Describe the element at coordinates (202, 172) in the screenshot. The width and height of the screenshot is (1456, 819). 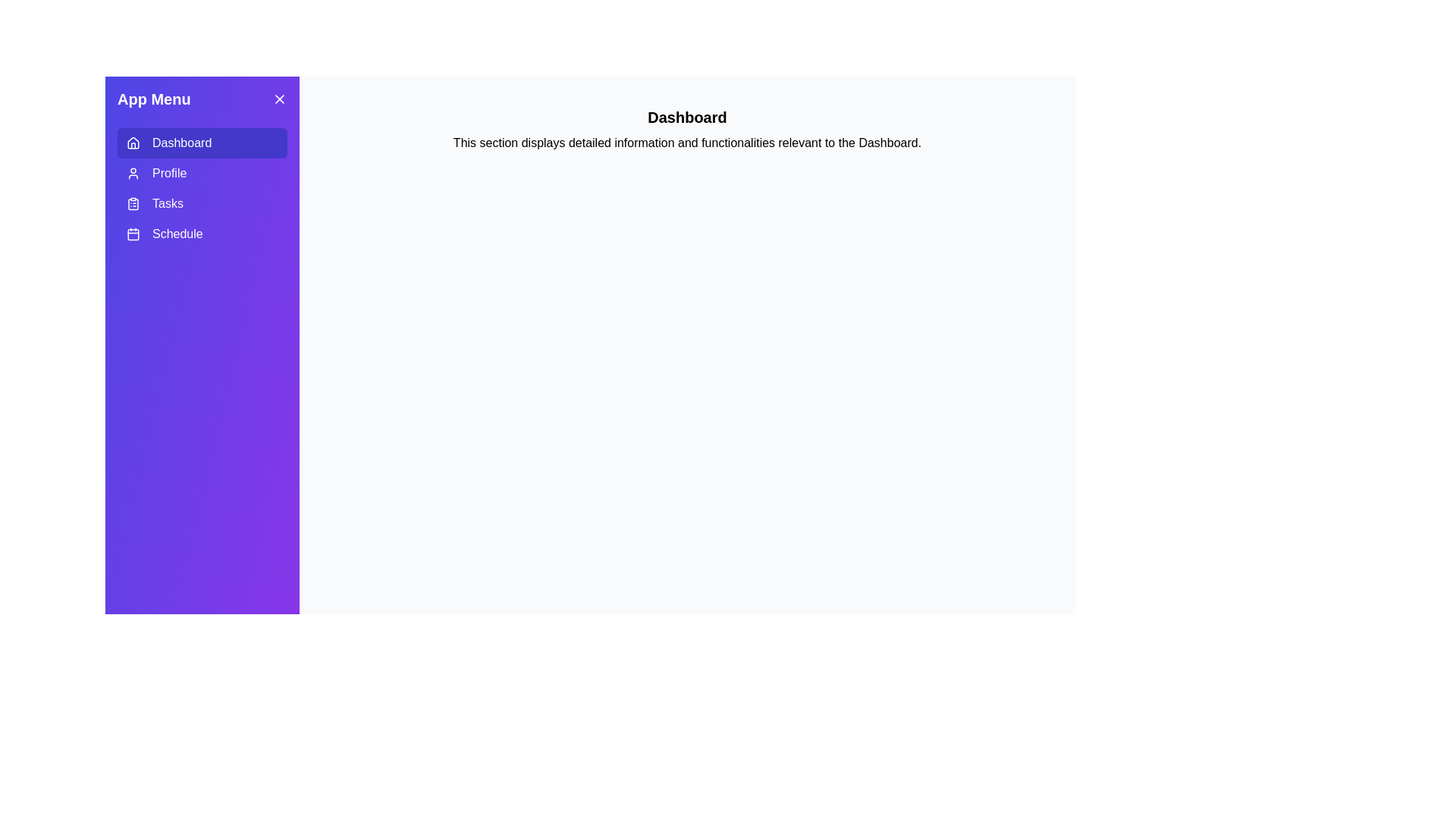
I see `the tab labeled Profile to switch to that tab` at that location.